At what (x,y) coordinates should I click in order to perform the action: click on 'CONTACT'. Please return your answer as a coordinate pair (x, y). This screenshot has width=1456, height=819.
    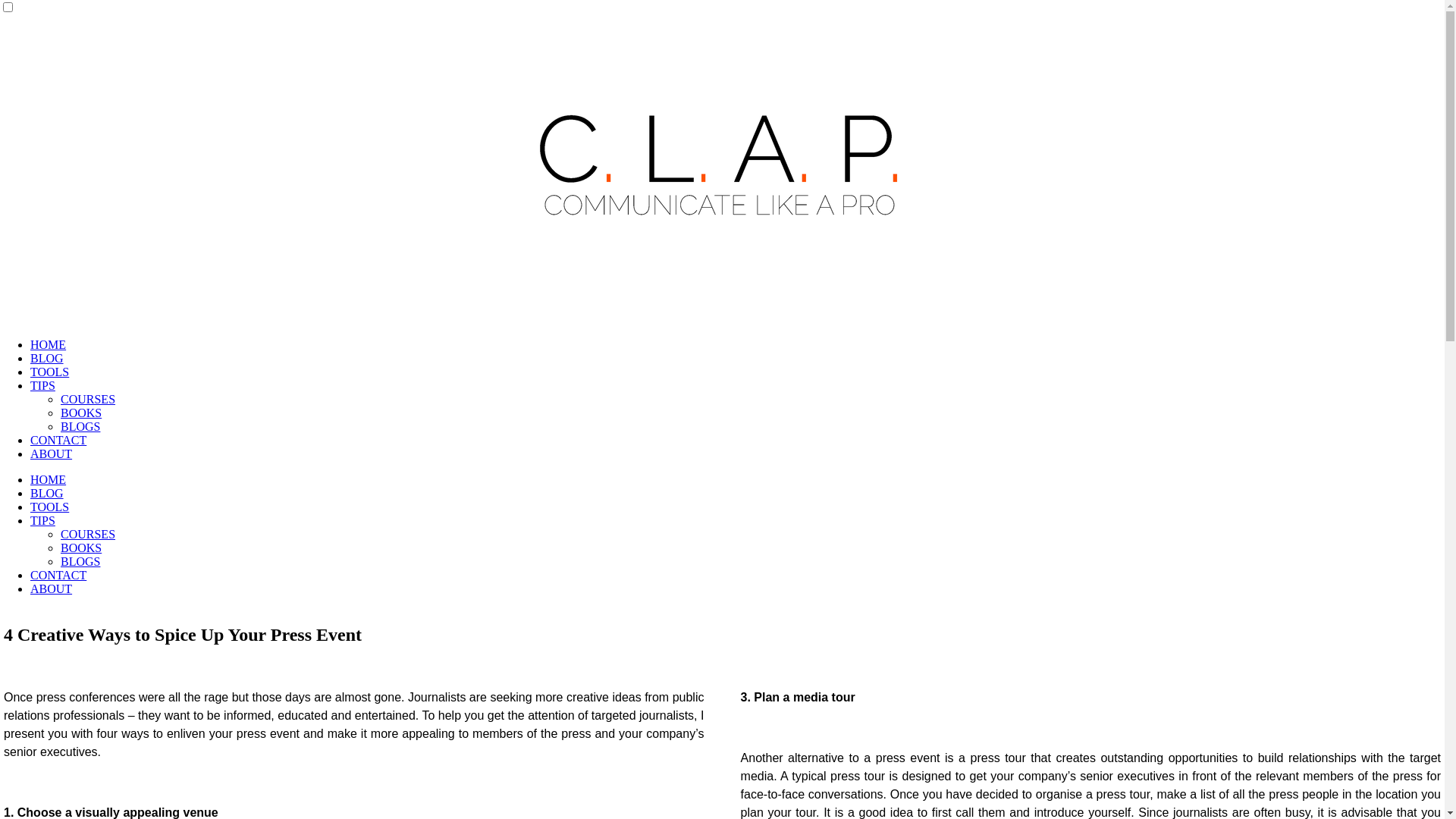
    Looking at the image, I should click on (58, 440).